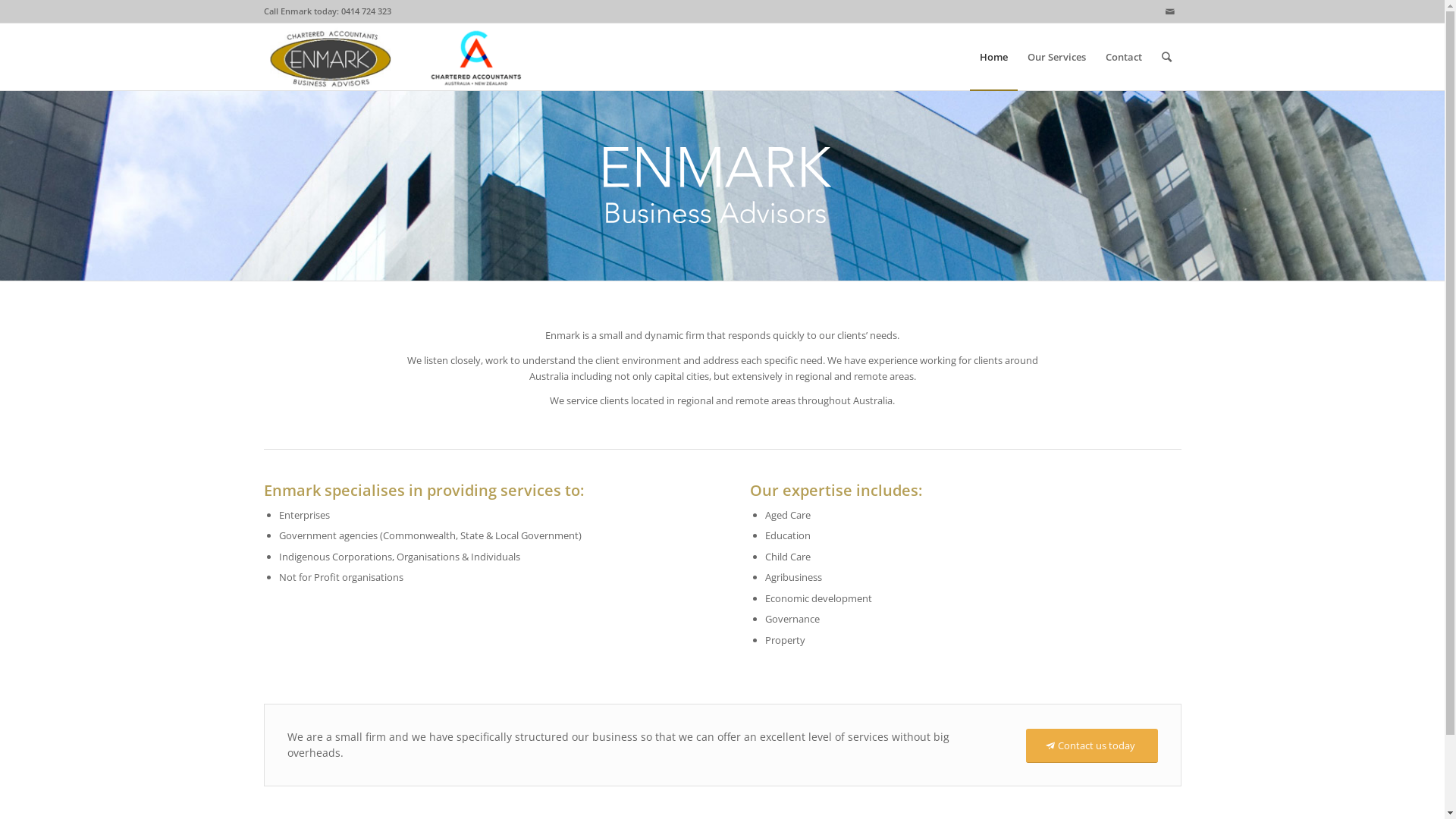 The width and height of the screenshot is (1456, 819). What do you see at coordinates (1018, 55) in the screenshot?
I see `'Our Services'` at bounding box center [1018, 55].